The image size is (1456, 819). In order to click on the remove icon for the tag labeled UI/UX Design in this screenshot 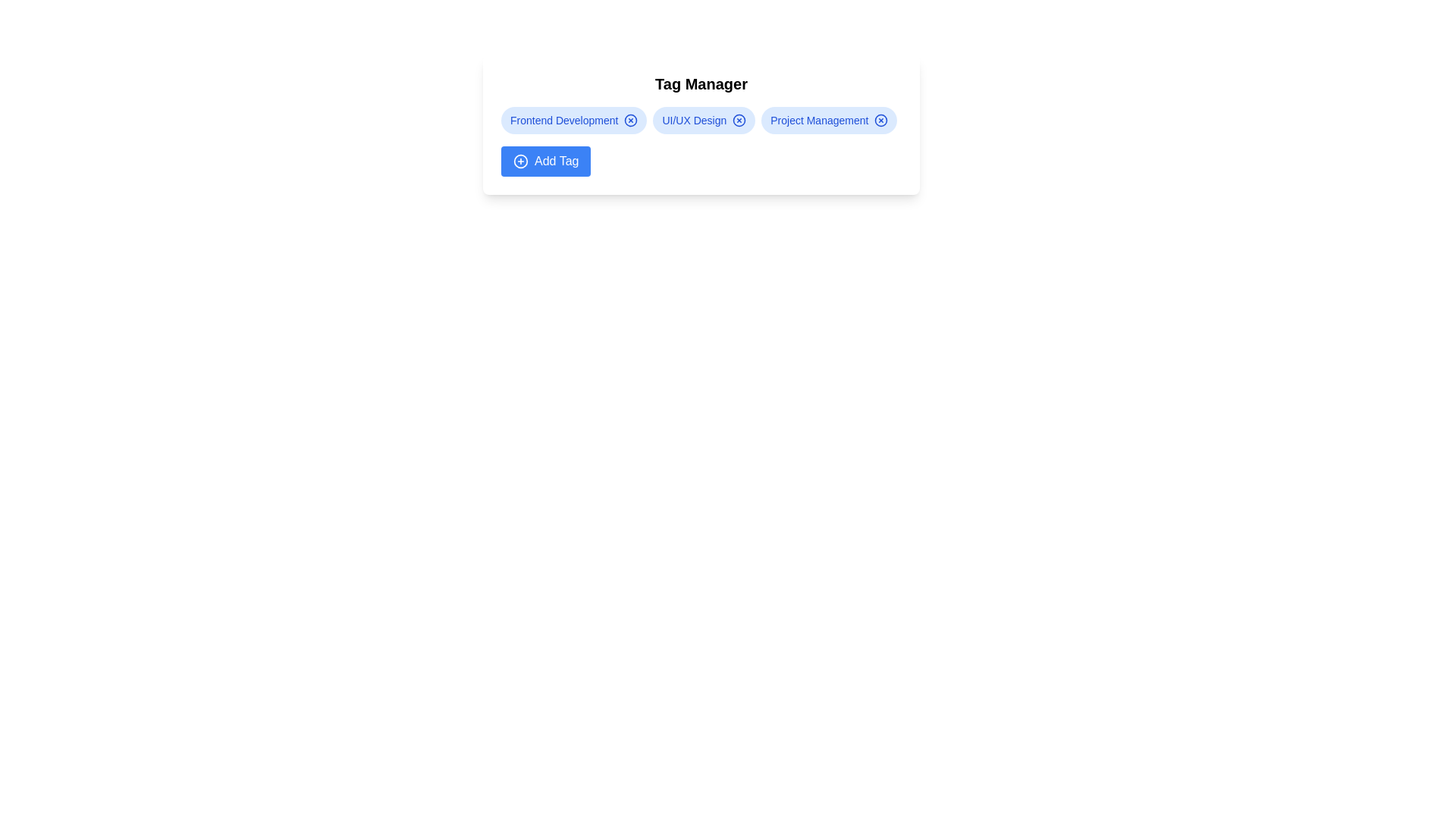, I will do `click(739, 119)`.